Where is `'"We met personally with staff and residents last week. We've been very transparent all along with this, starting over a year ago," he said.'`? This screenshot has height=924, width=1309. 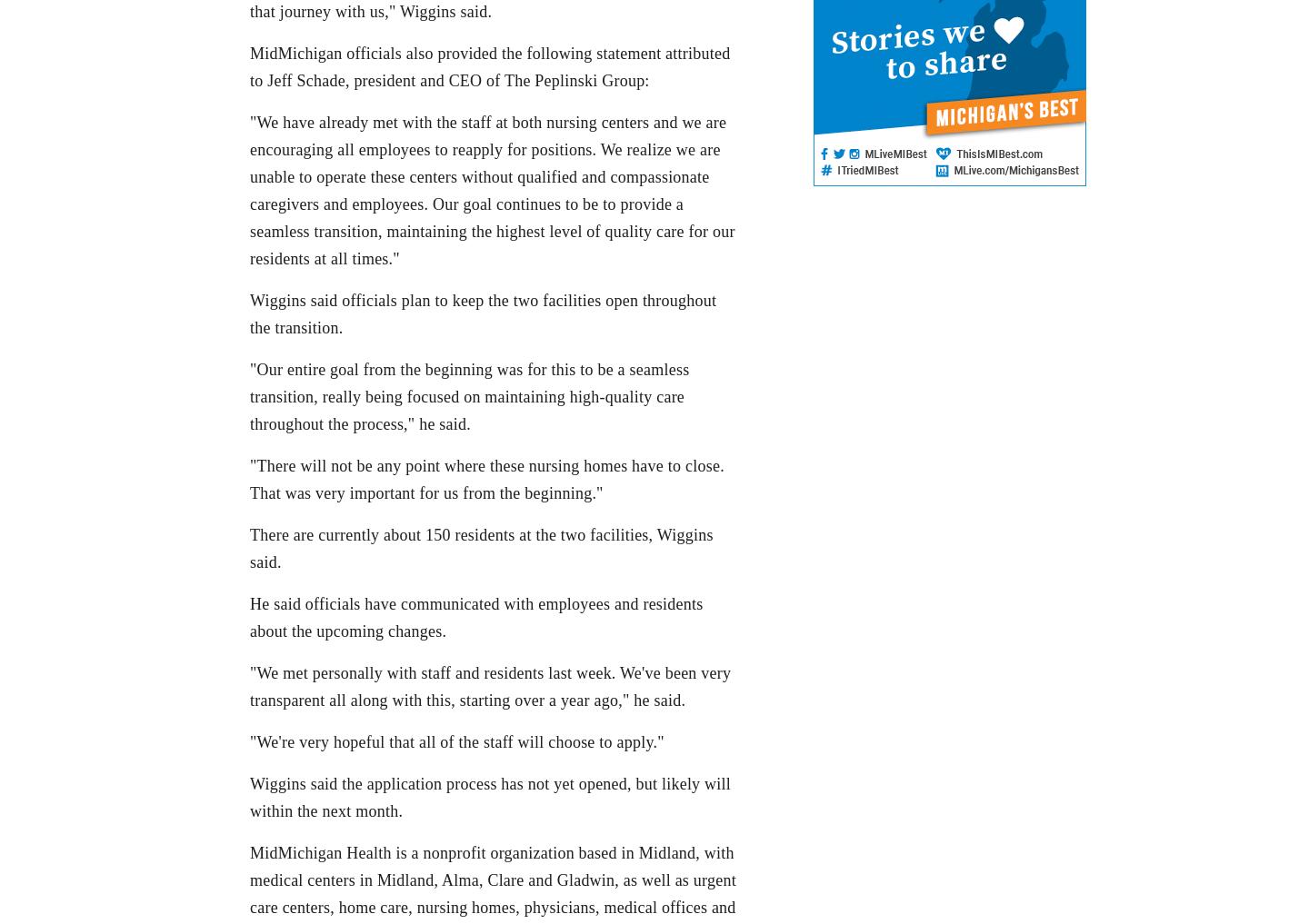 '"We met personally with staff and residents last week. We've been very transparent all along with this, starting over a year ago," he said.' is located at coordinates (489, 686).